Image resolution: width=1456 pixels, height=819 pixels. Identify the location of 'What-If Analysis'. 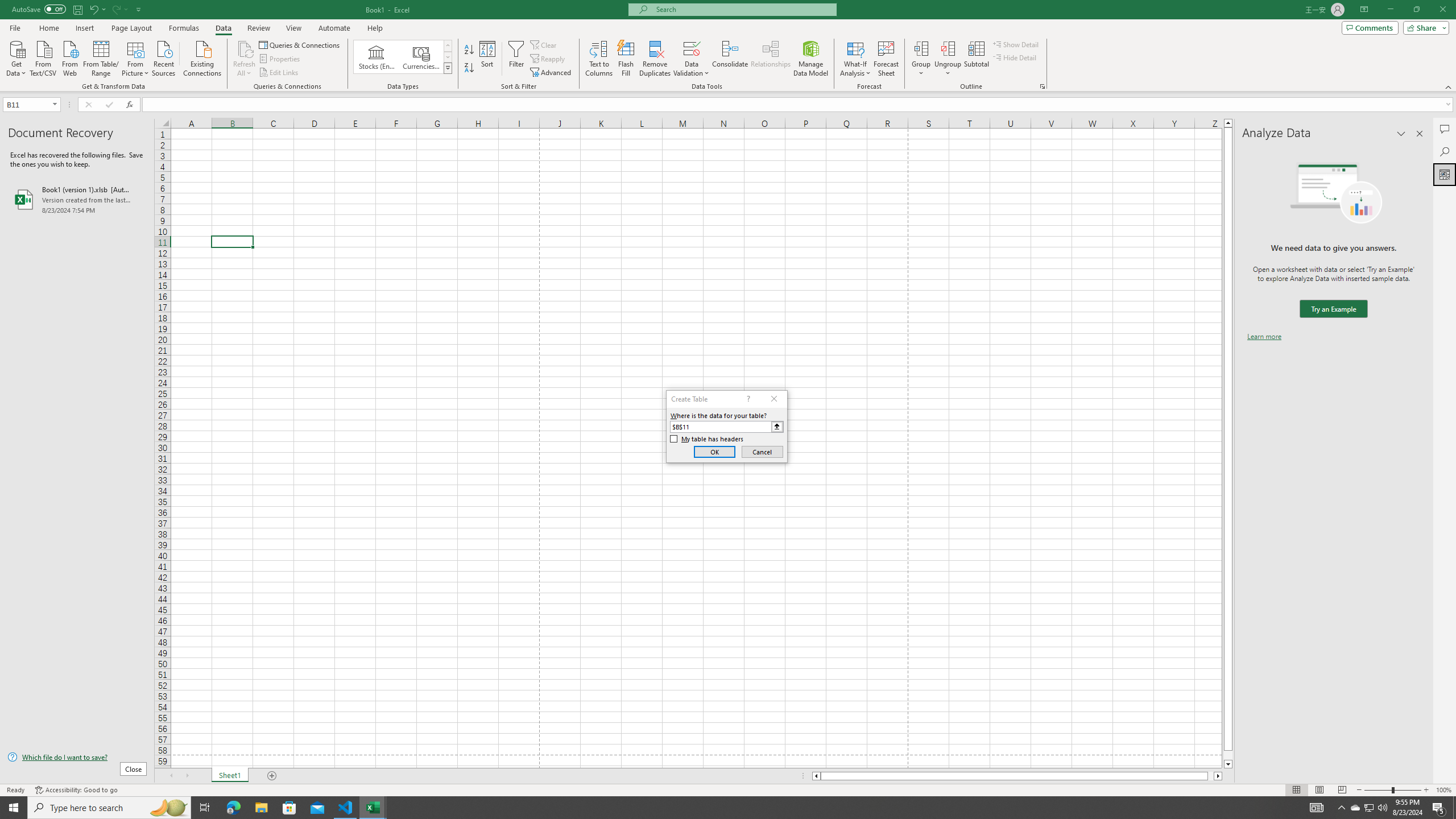
(855, 59).